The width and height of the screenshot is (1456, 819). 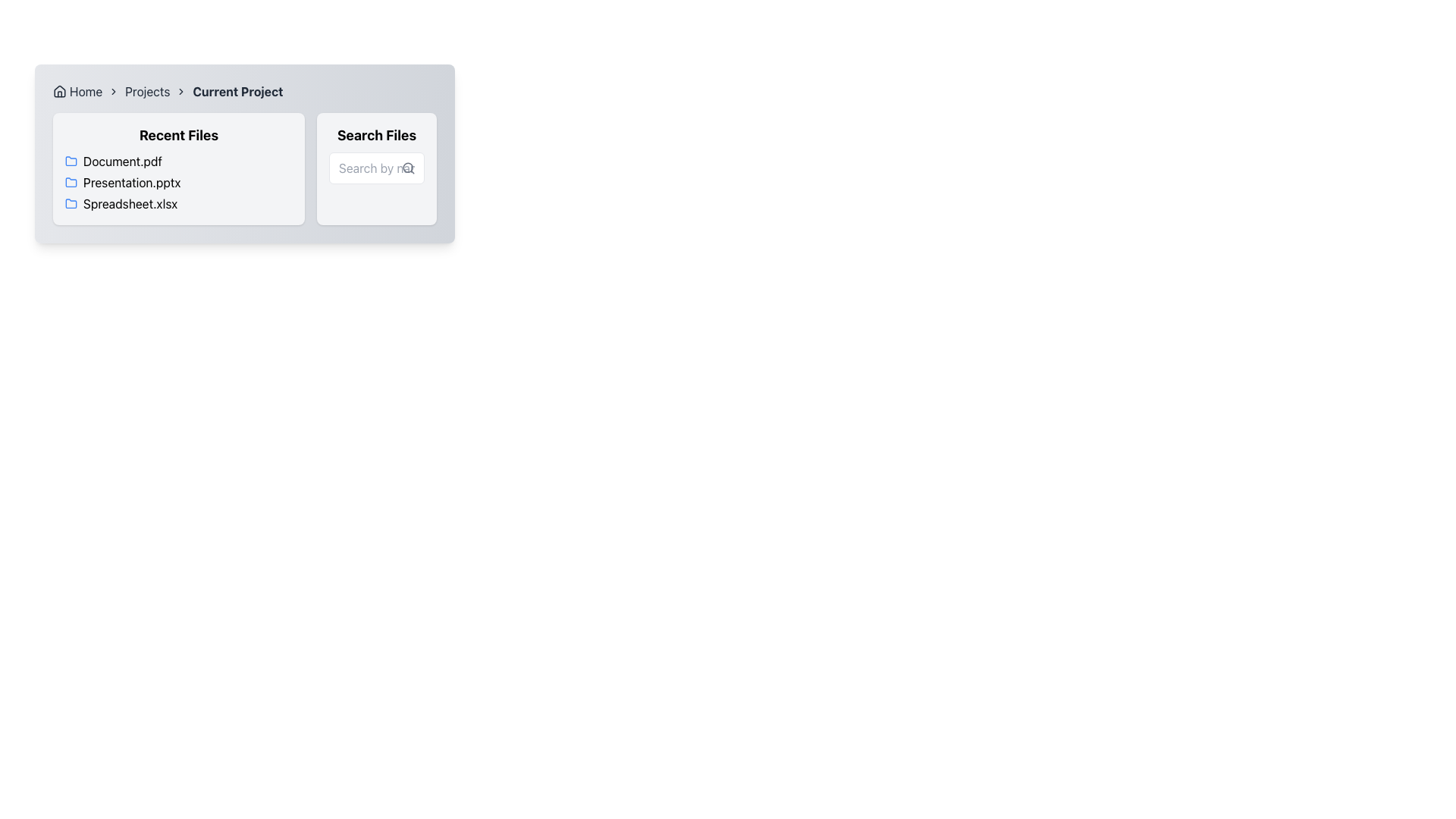 I want to click on the circular graphical shape within the magnifying-glass icon located at the top-right corner of the 'Search Files' input box, so click(x=408, y=168).